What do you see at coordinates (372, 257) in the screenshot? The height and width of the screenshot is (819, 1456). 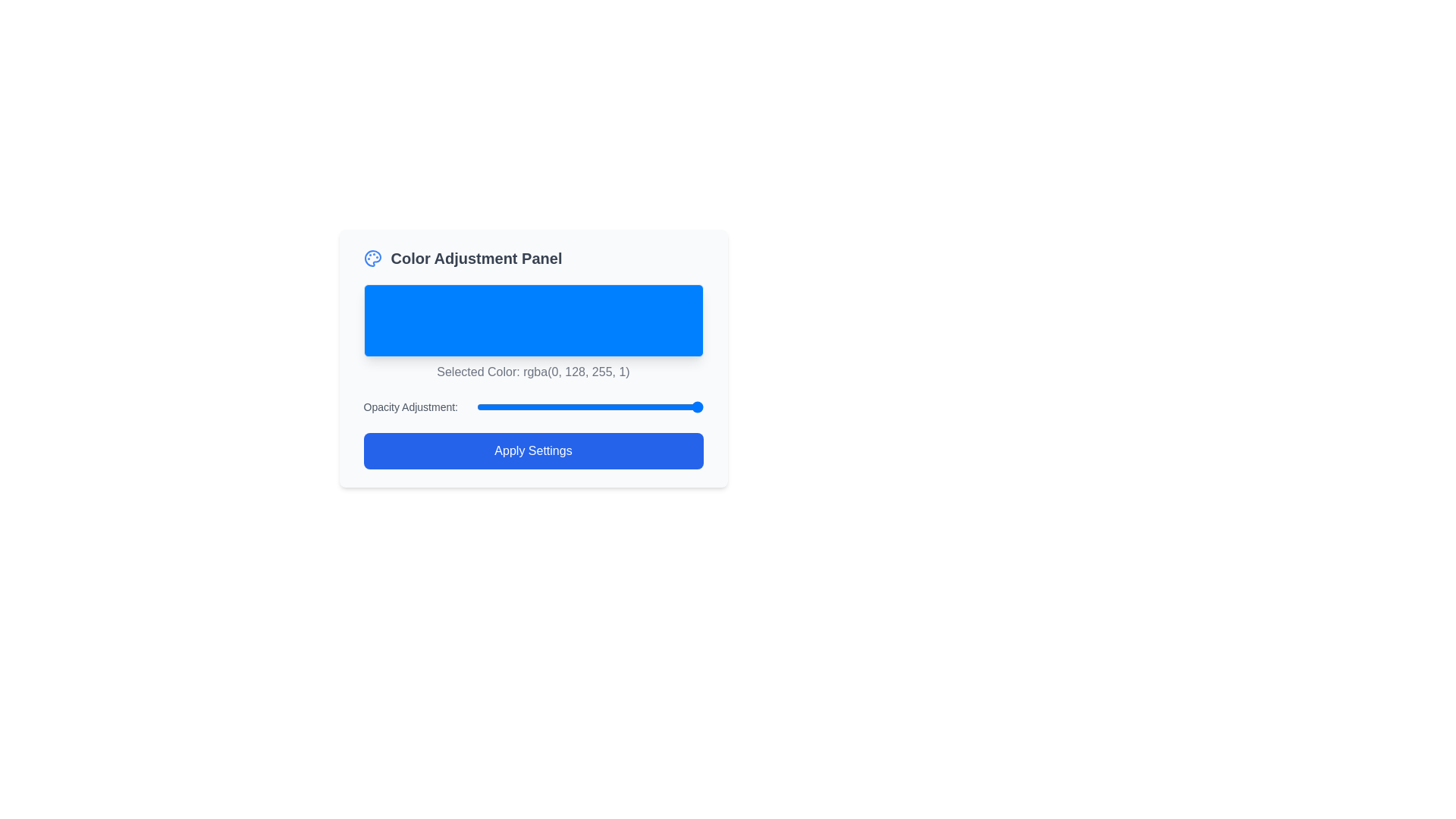 I see `the decorative icon related to the color adjustment functionality located in the top-left corner of the 'Color Adjustment Panel'` at bounding box center [372, 257].